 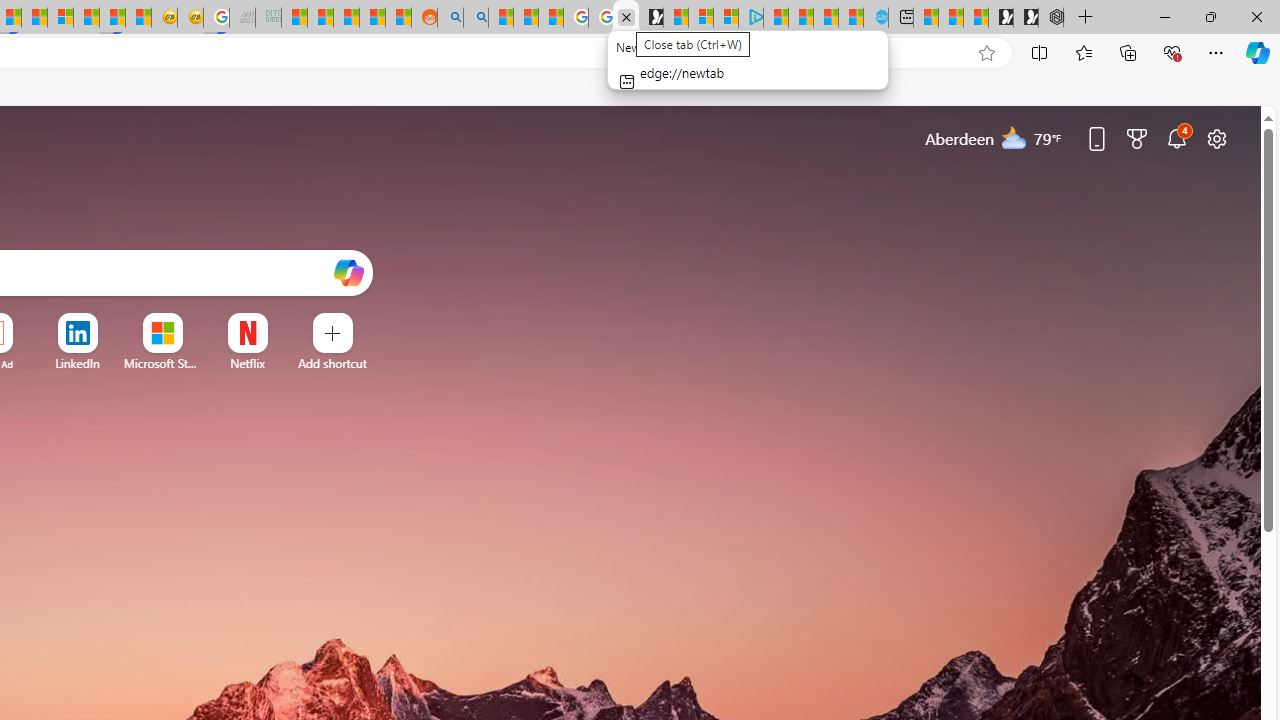 I want to click on 'Open Copilot', so click(x=348, y=273).